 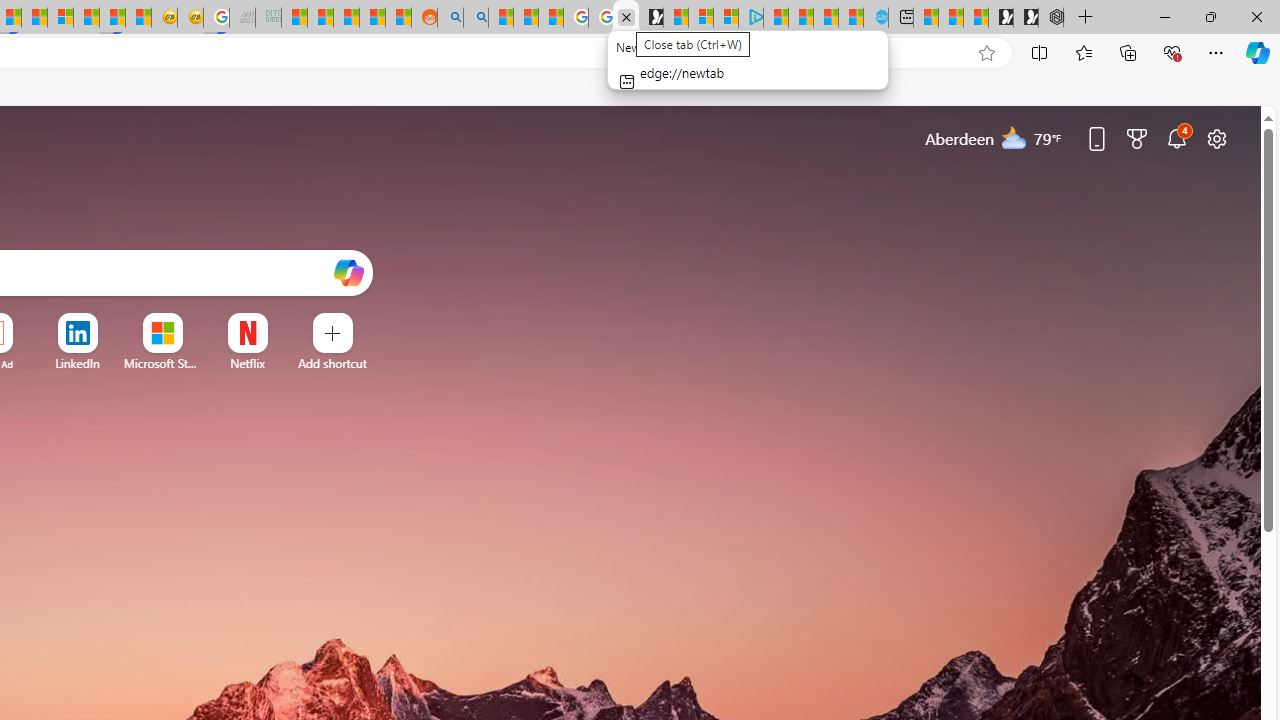 I want to click on 'Open Copilot', so click(x=348, y=273).